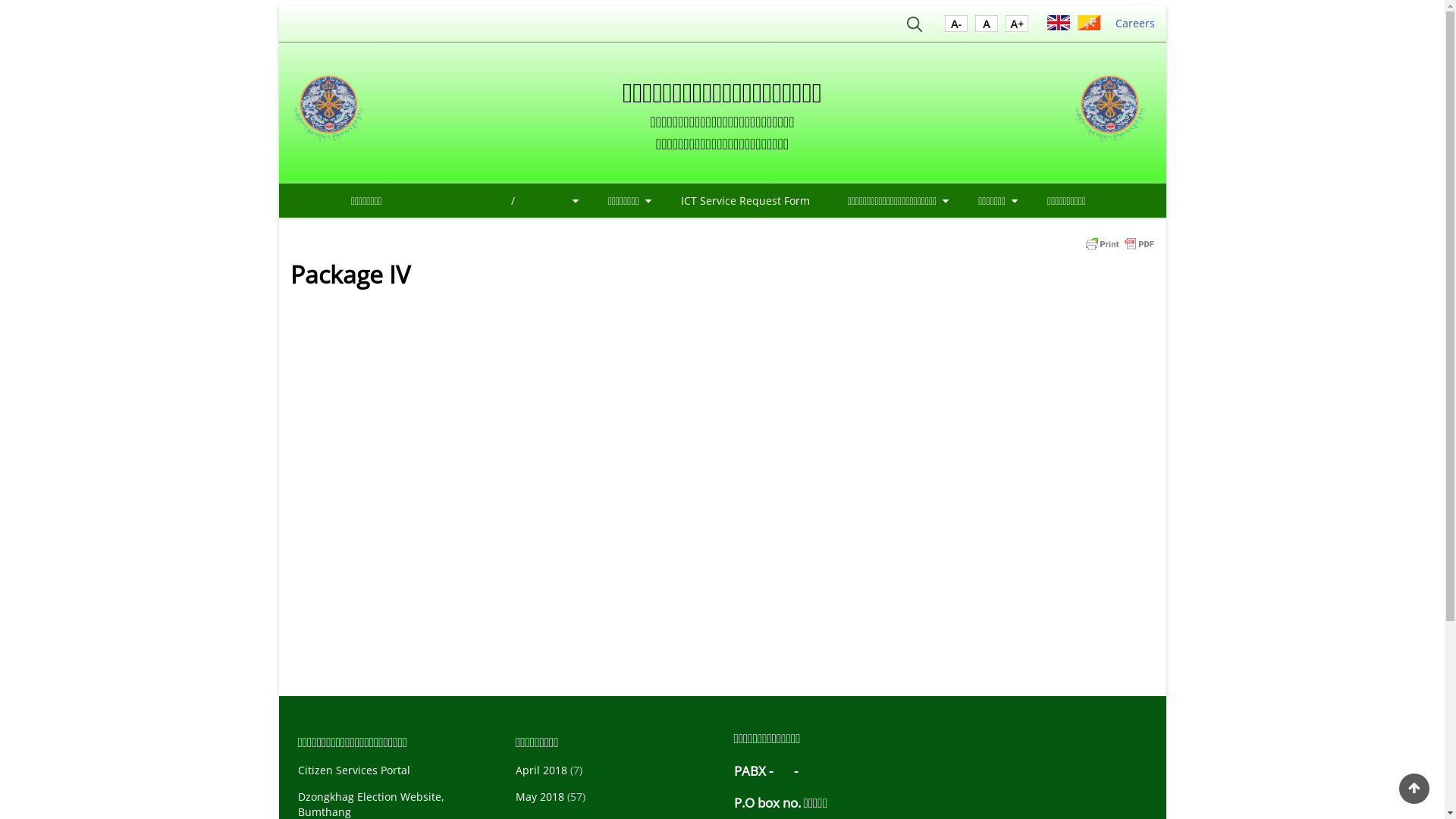 The width and height of the screenshot is (1456, 819). Describe the element at coordinates (955, 26) in the screenshot. I see `'A'` at that location.